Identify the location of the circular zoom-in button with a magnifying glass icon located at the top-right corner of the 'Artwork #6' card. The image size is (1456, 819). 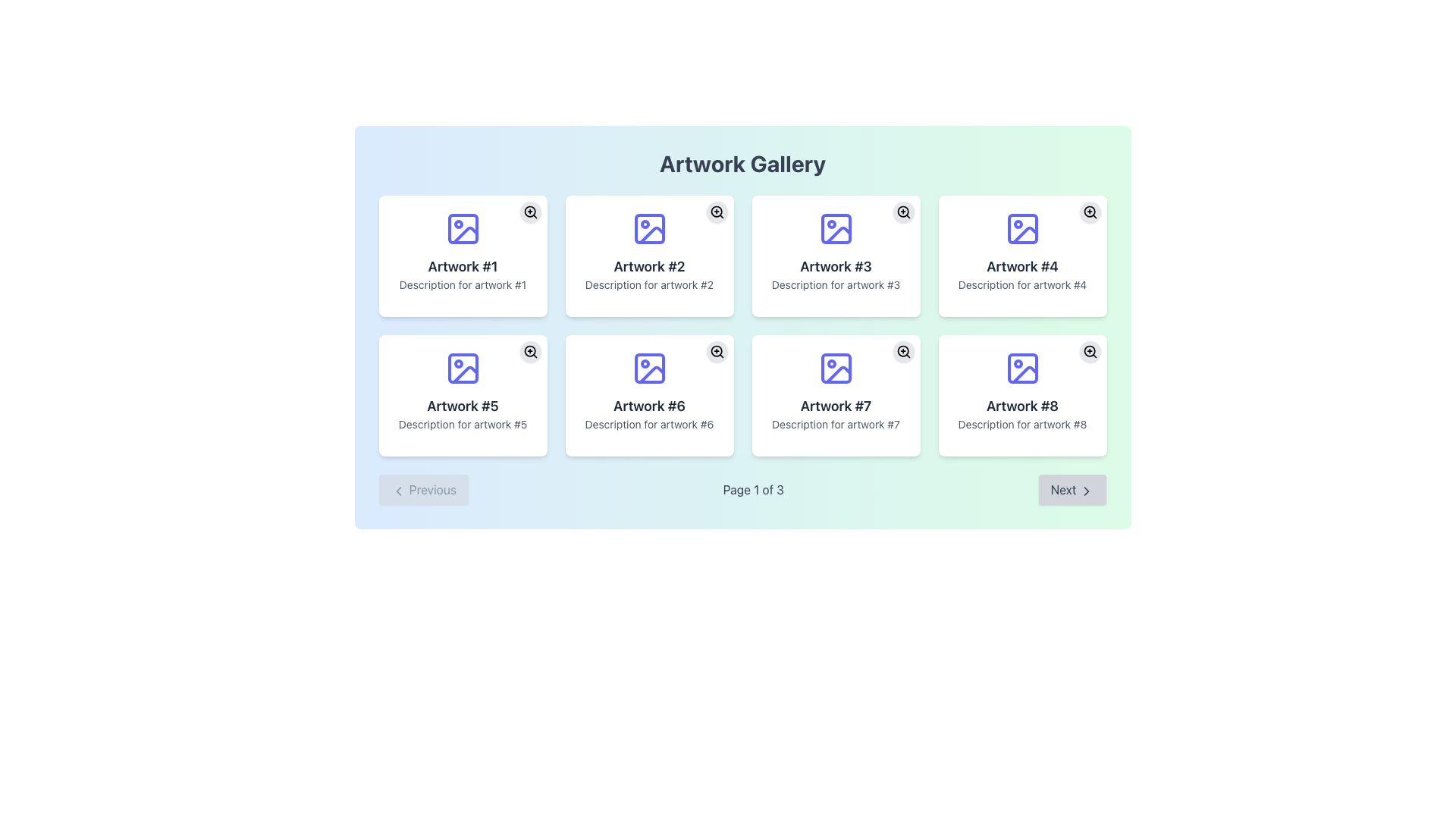
(716, 351).